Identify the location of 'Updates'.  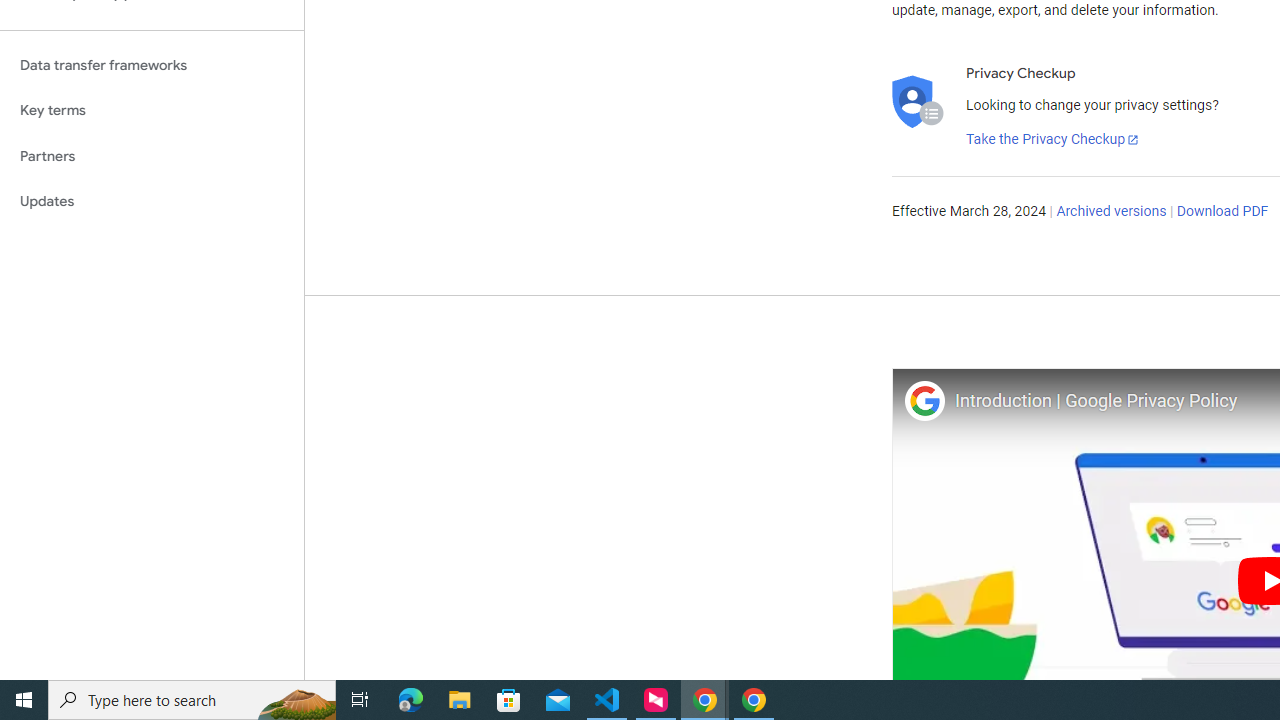
(151, 201).